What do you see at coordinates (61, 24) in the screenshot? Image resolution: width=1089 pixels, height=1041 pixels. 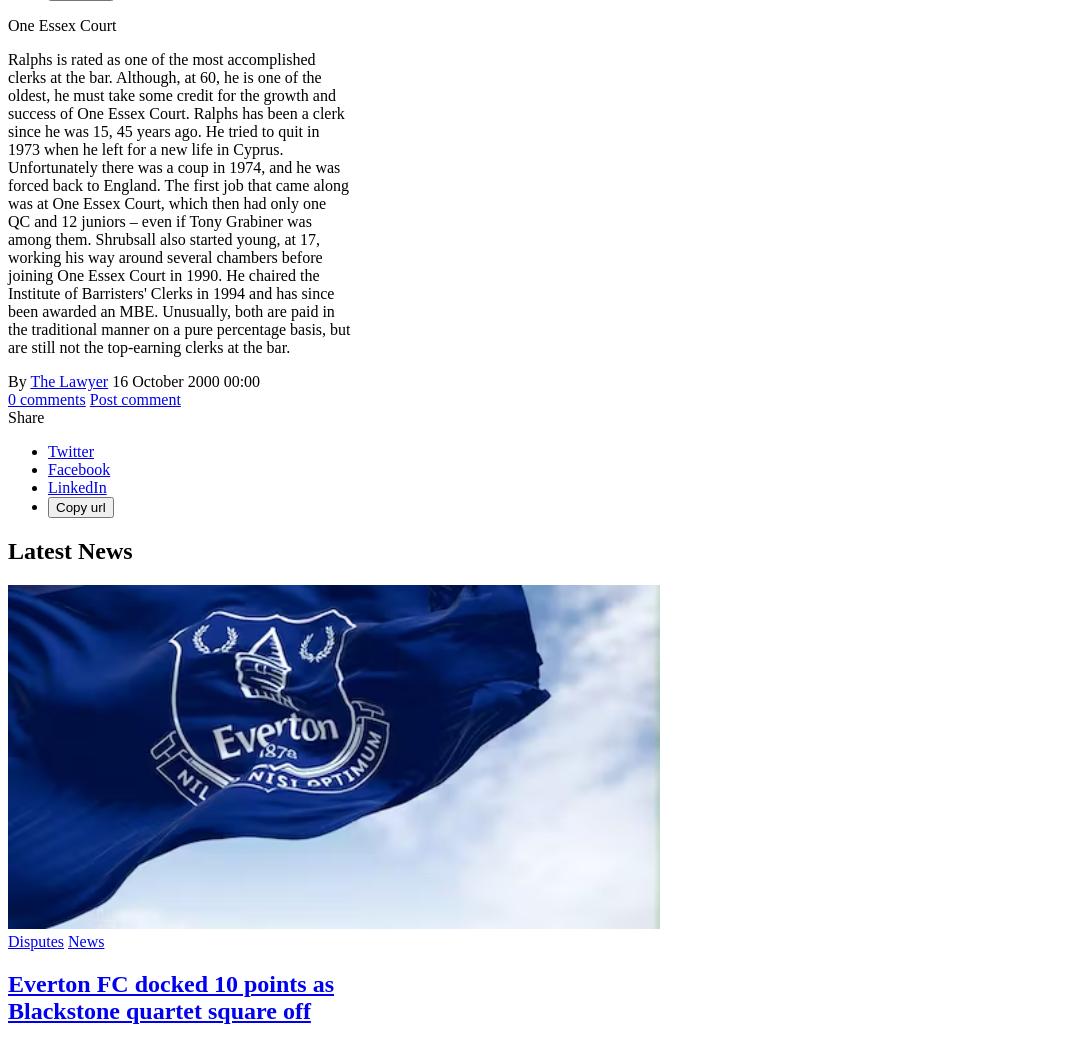 I see `'One Essex Court'` at bounding box center [61, 24].